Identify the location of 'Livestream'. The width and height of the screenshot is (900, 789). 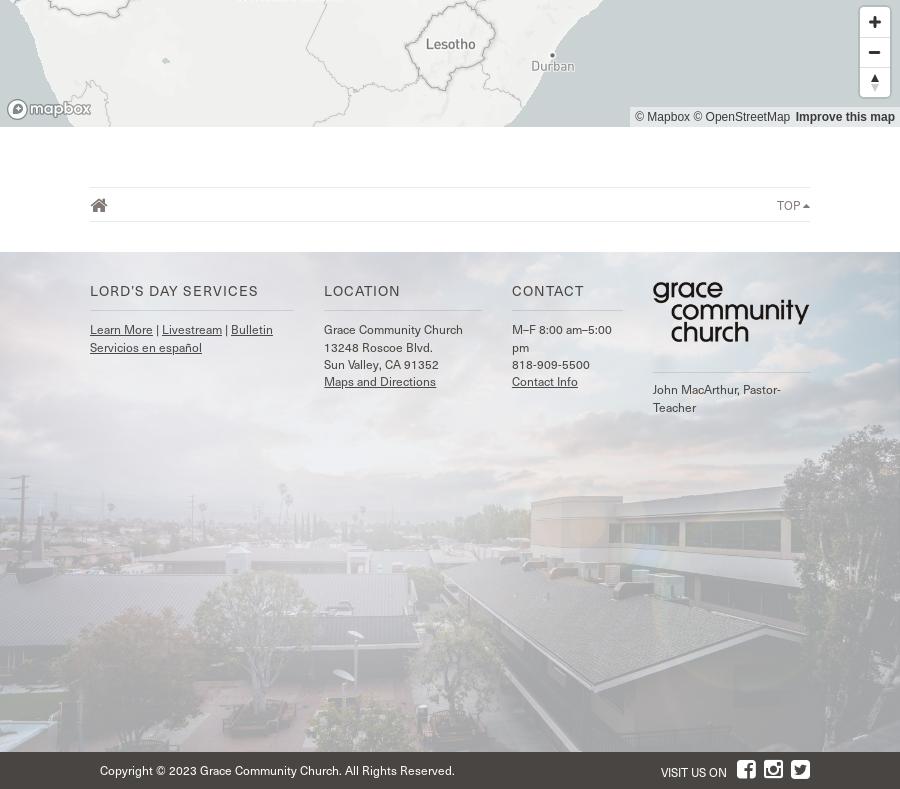
(191, 328).